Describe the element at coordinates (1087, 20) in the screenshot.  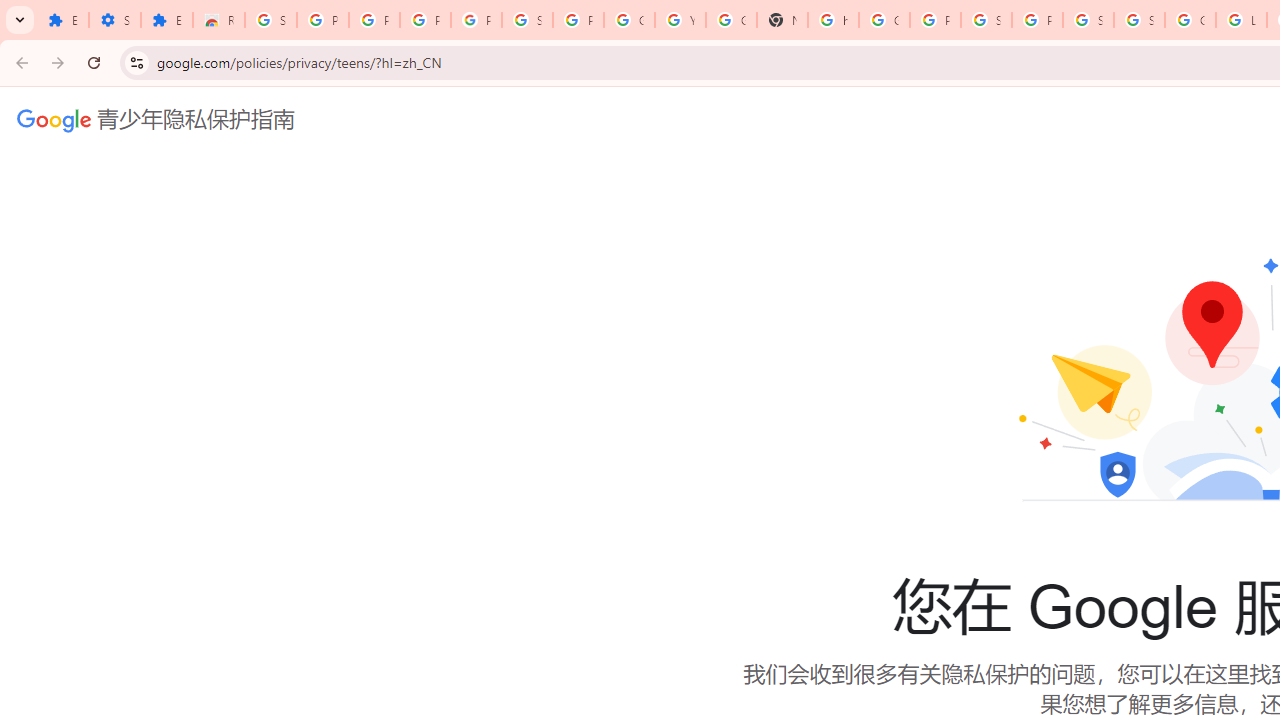
I see `'Sign in - Google Accounts'` at that location.